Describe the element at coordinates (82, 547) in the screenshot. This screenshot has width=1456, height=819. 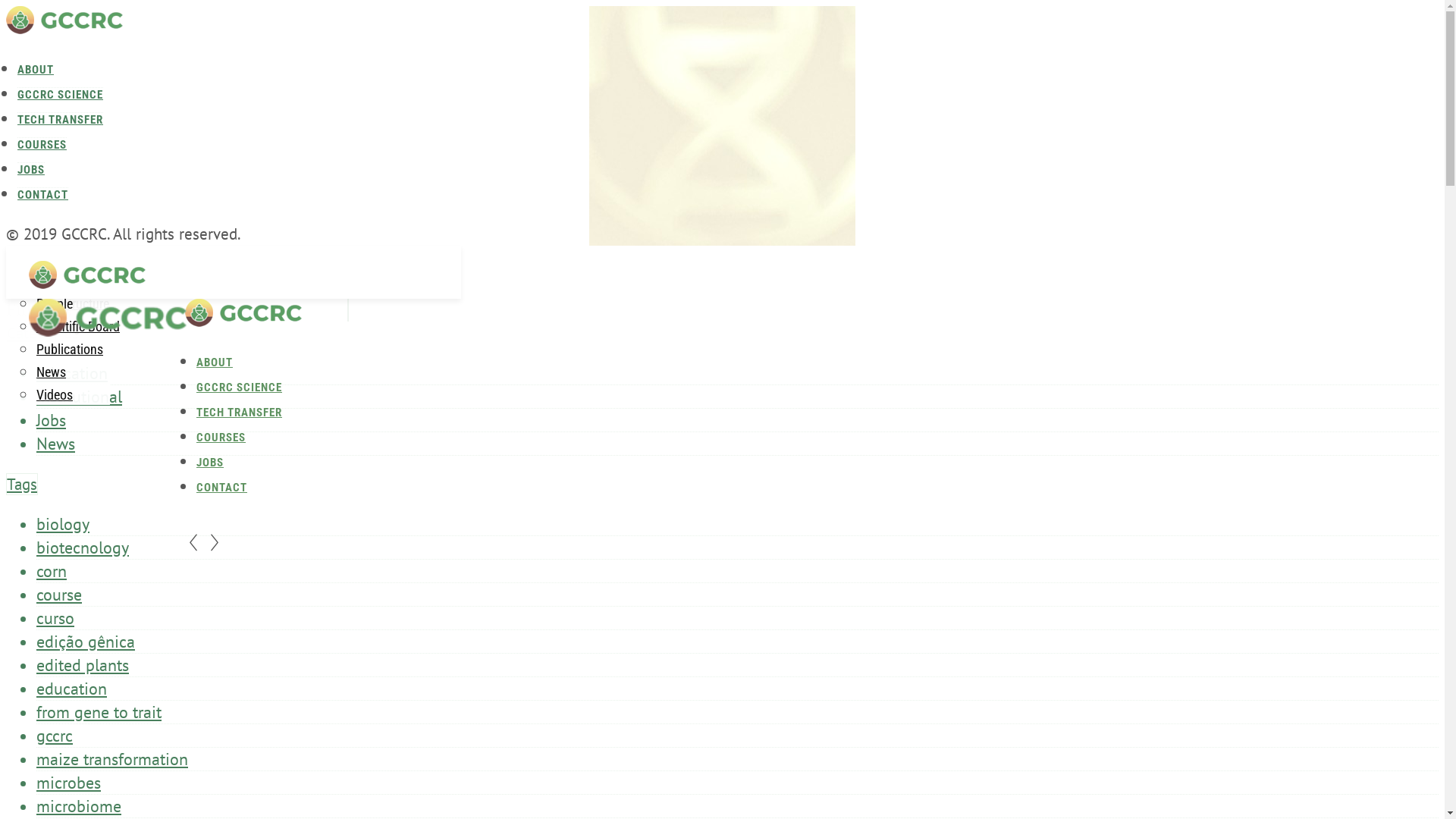
I see `'biotecnology'` at that location.